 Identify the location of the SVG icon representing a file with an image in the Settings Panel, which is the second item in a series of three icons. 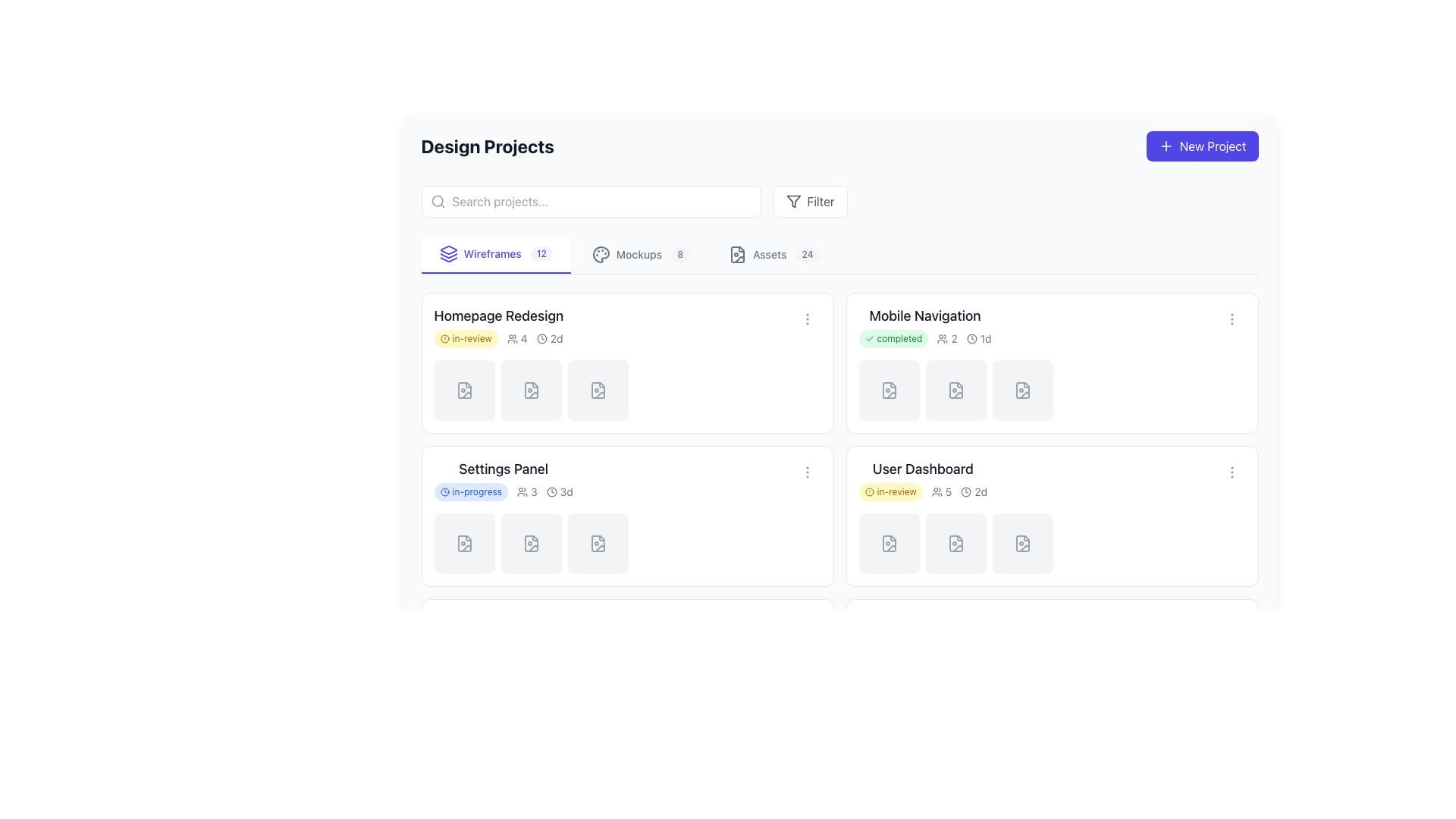
(531, 543).